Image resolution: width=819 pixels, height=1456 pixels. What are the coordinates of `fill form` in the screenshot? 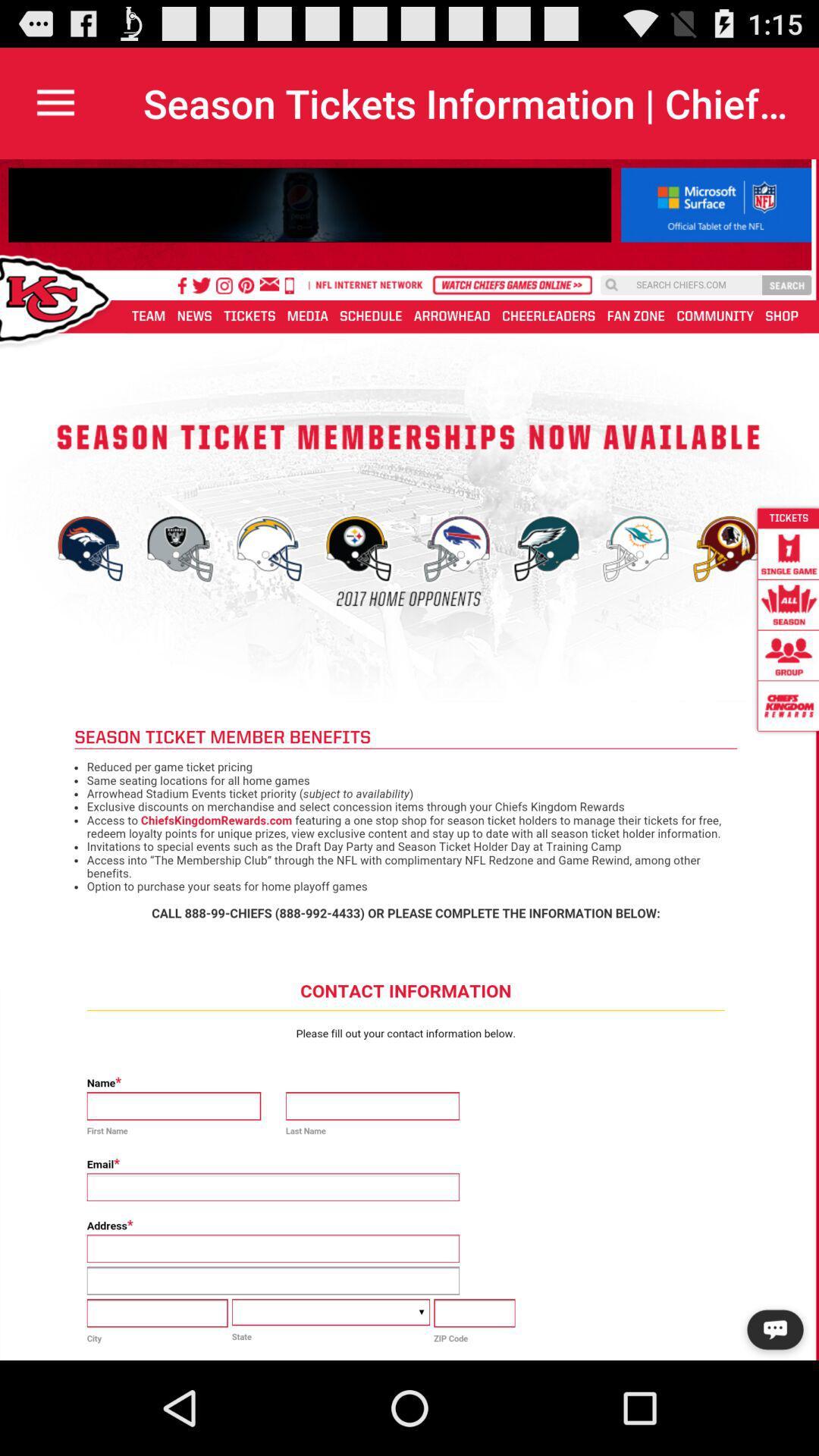 It's located at (409, 760).